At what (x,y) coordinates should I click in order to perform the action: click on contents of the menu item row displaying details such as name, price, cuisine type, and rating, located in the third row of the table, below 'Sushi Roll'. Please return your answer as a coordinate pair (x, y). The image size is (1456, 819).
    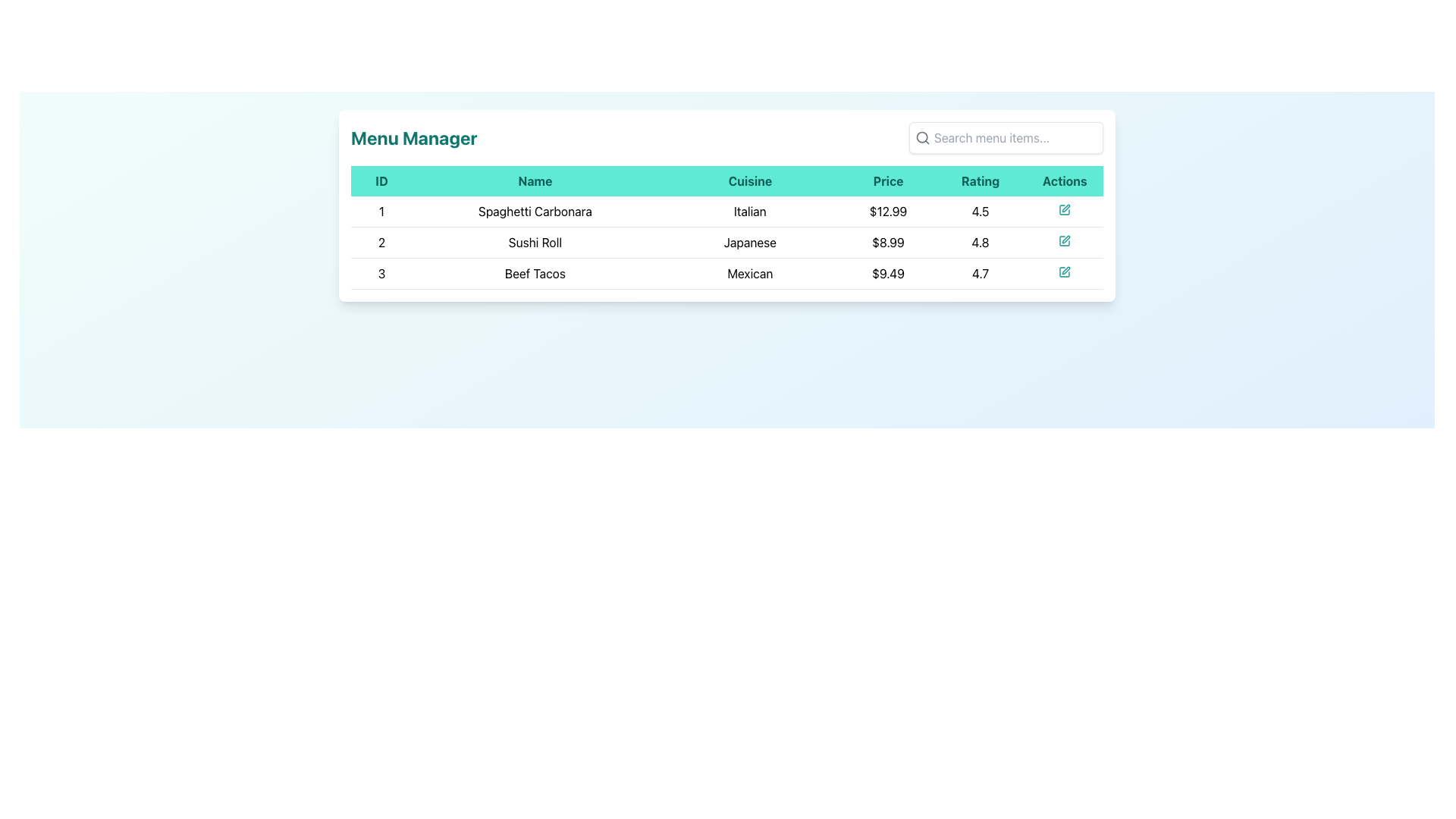
    Looking at the image, I should click on (726, 274).